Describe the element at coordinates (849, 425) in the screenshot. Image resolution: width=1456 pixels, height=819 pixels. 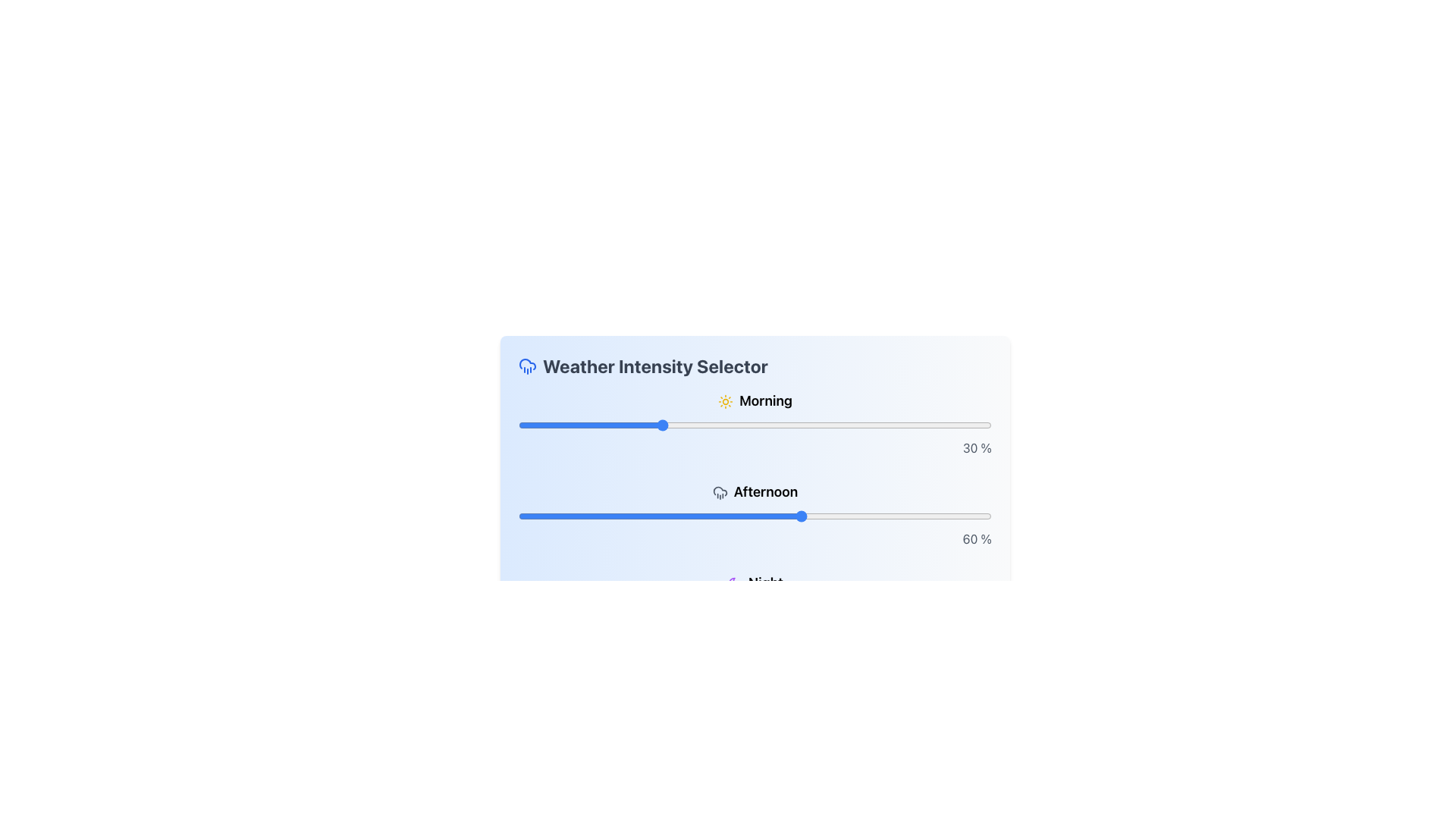
I see `the morning weather intensity` at that location.